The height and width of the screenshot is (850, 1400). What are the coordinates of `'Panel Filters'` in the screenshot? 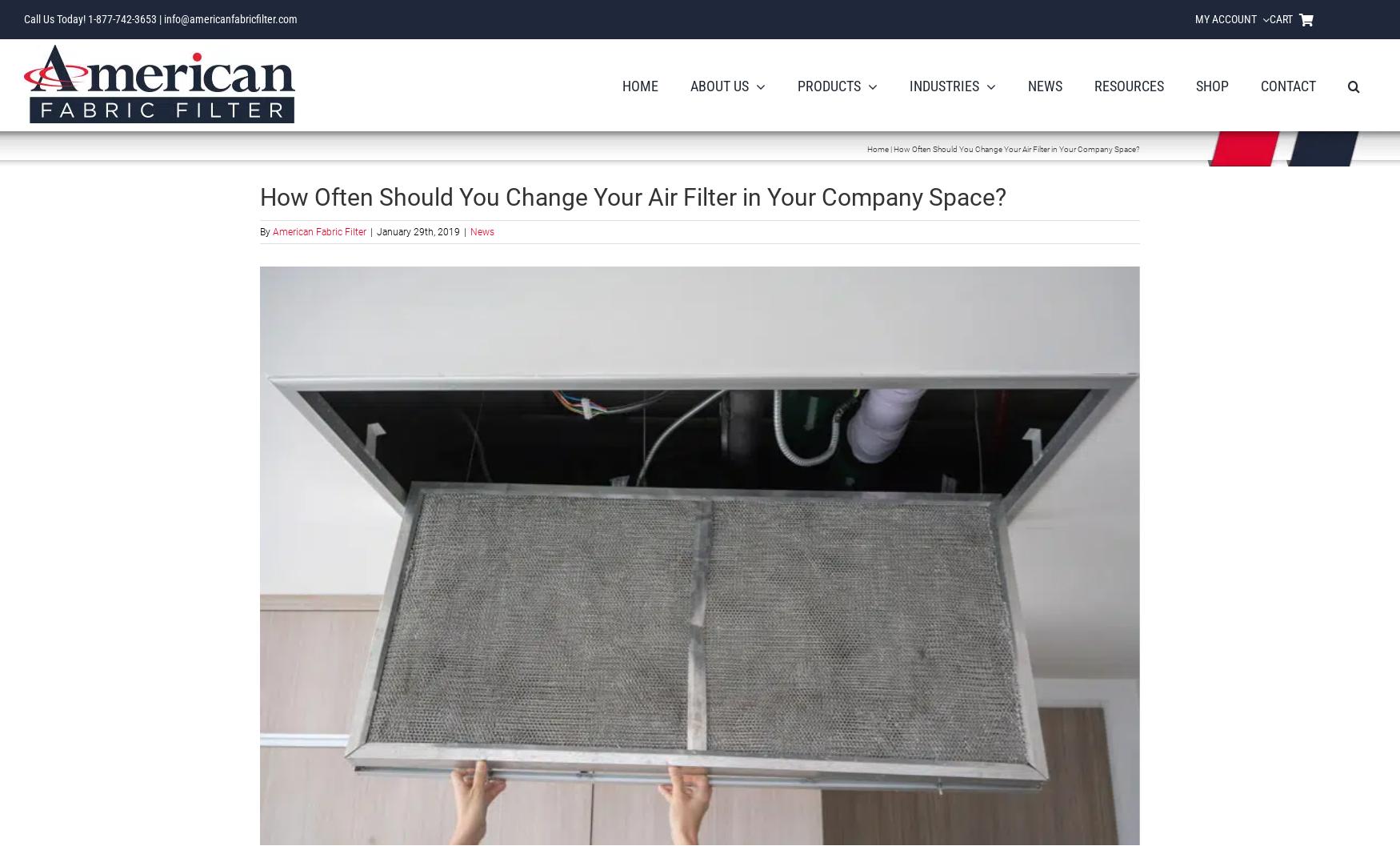 It's located at (204, 277).